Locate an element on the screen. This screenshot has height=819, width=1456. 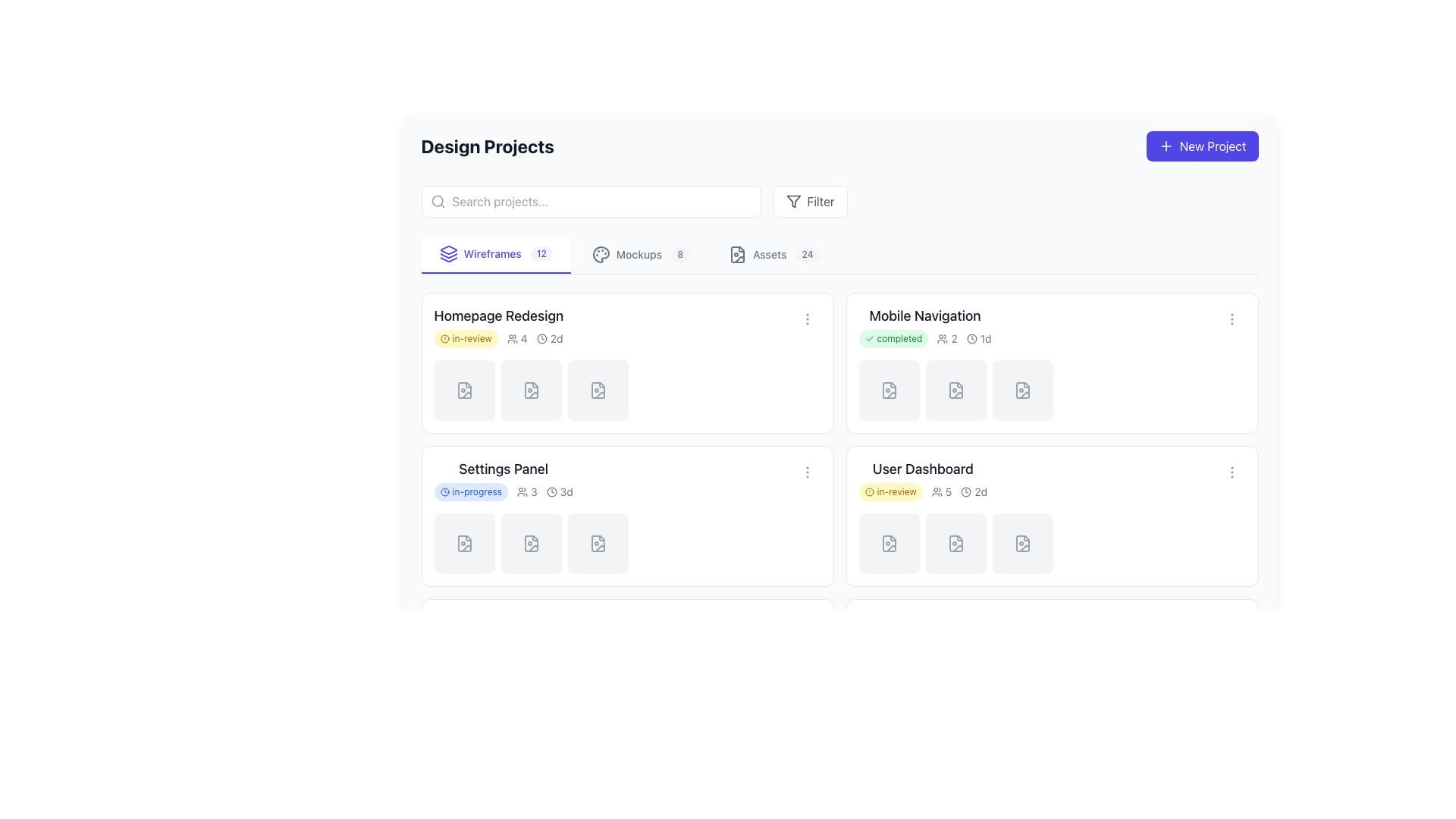
the magnifying glass search icon, which is styled in a minimalist outline format and positioned on the left edge of the search input box is located at coordinates (437, 201).